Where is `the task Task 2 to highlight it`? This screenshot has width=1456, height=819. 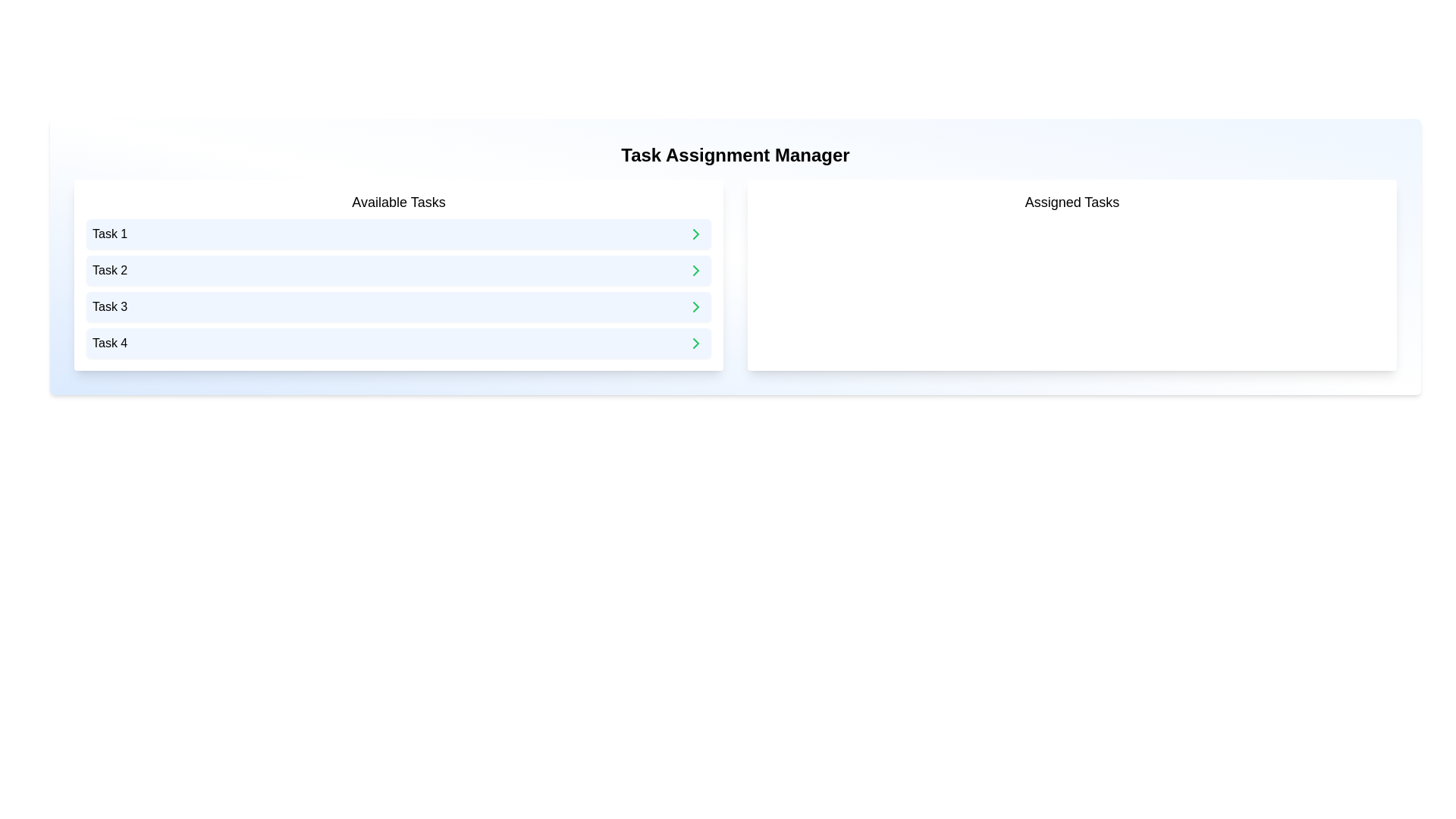 the task Task 2 to highlight it is located at coordinates (399, 270).